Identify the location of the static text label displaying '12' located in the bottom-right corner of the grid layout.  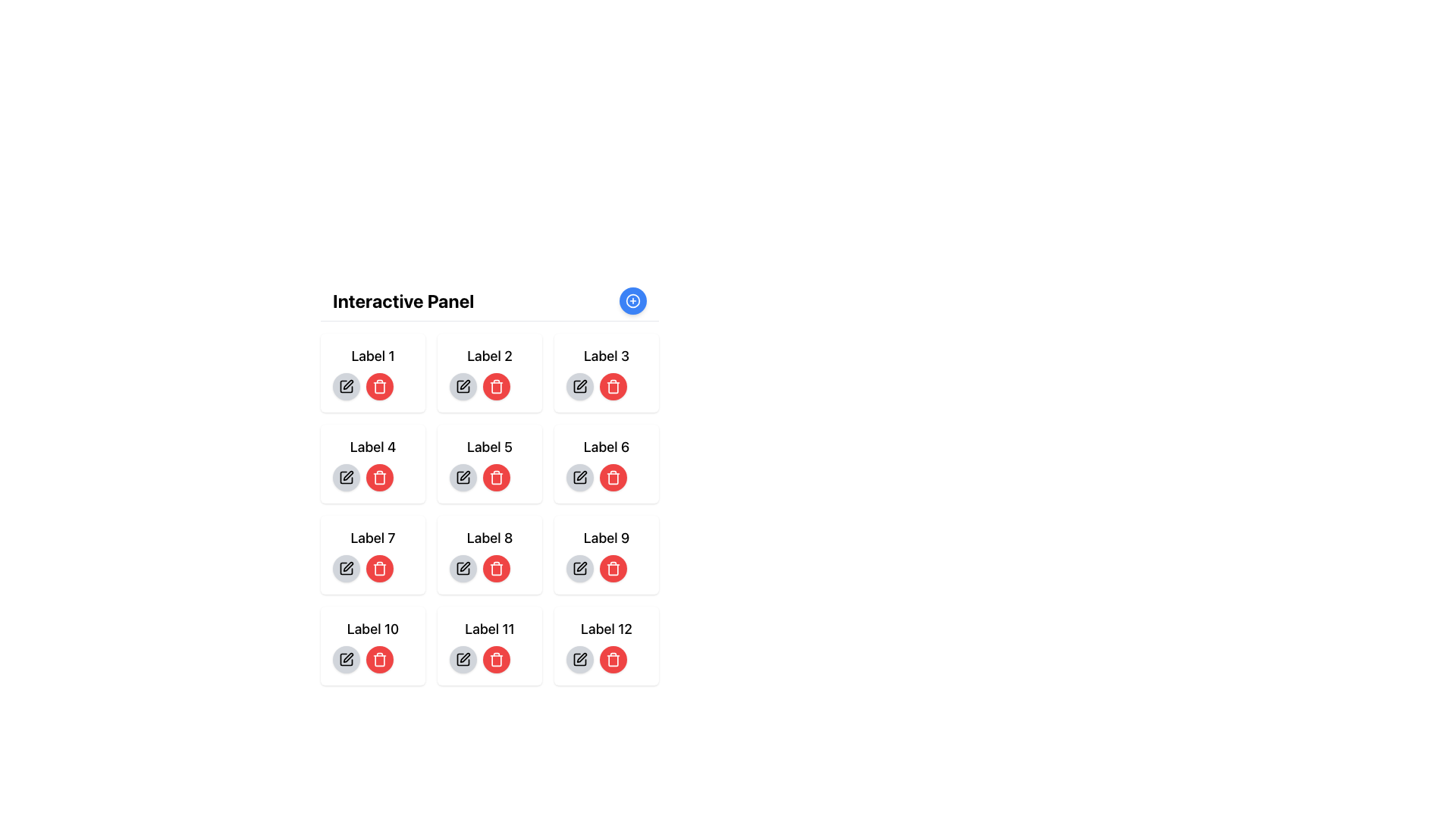
(607, 629).